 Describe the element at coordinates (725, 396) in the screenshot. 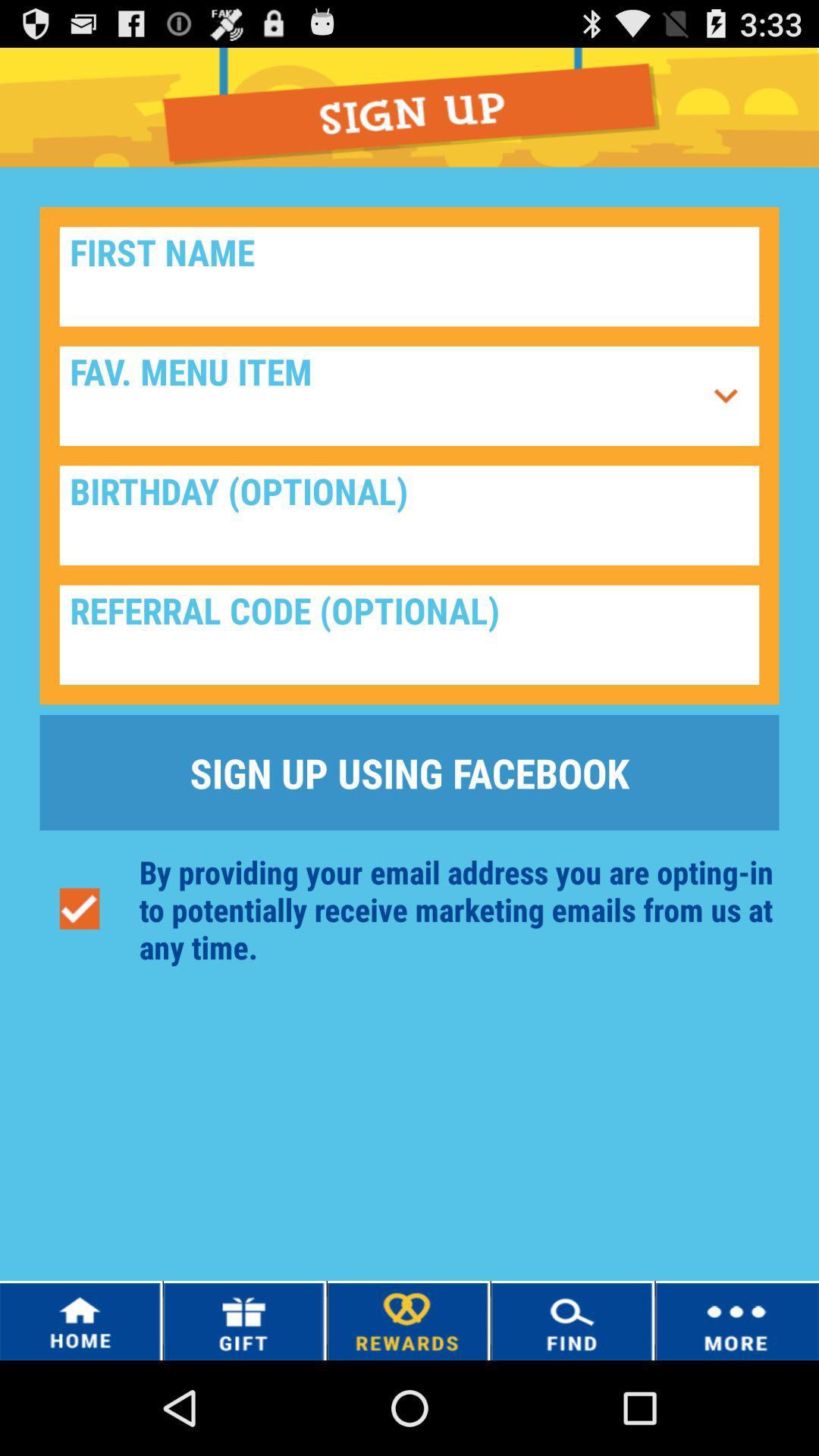

I see `icon to the right of the fav. menu item item` at that location.